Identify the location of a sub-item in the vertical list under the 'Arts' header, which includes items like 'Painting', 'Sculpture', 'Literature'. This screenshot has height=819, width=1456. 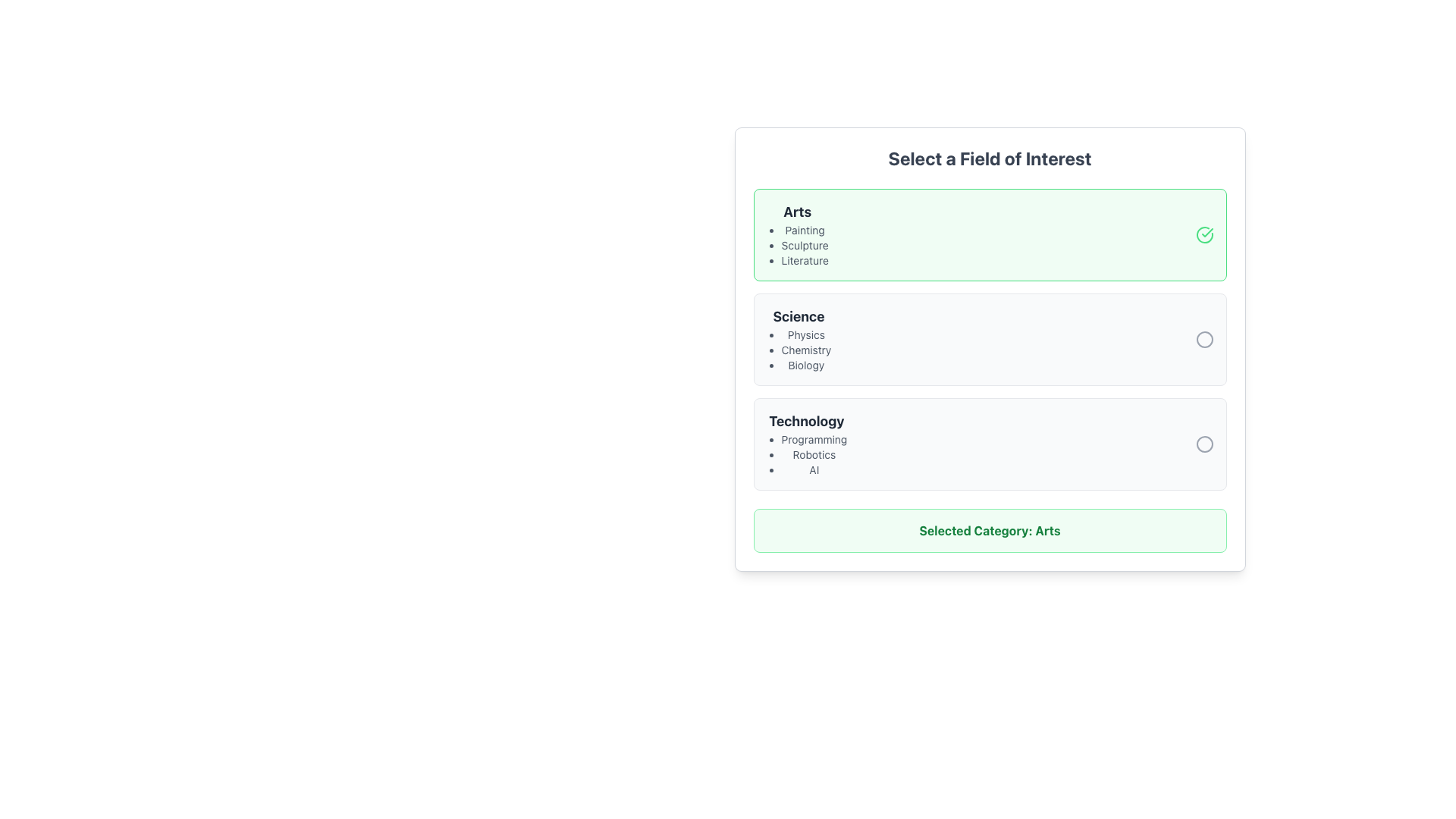
(796, 234).